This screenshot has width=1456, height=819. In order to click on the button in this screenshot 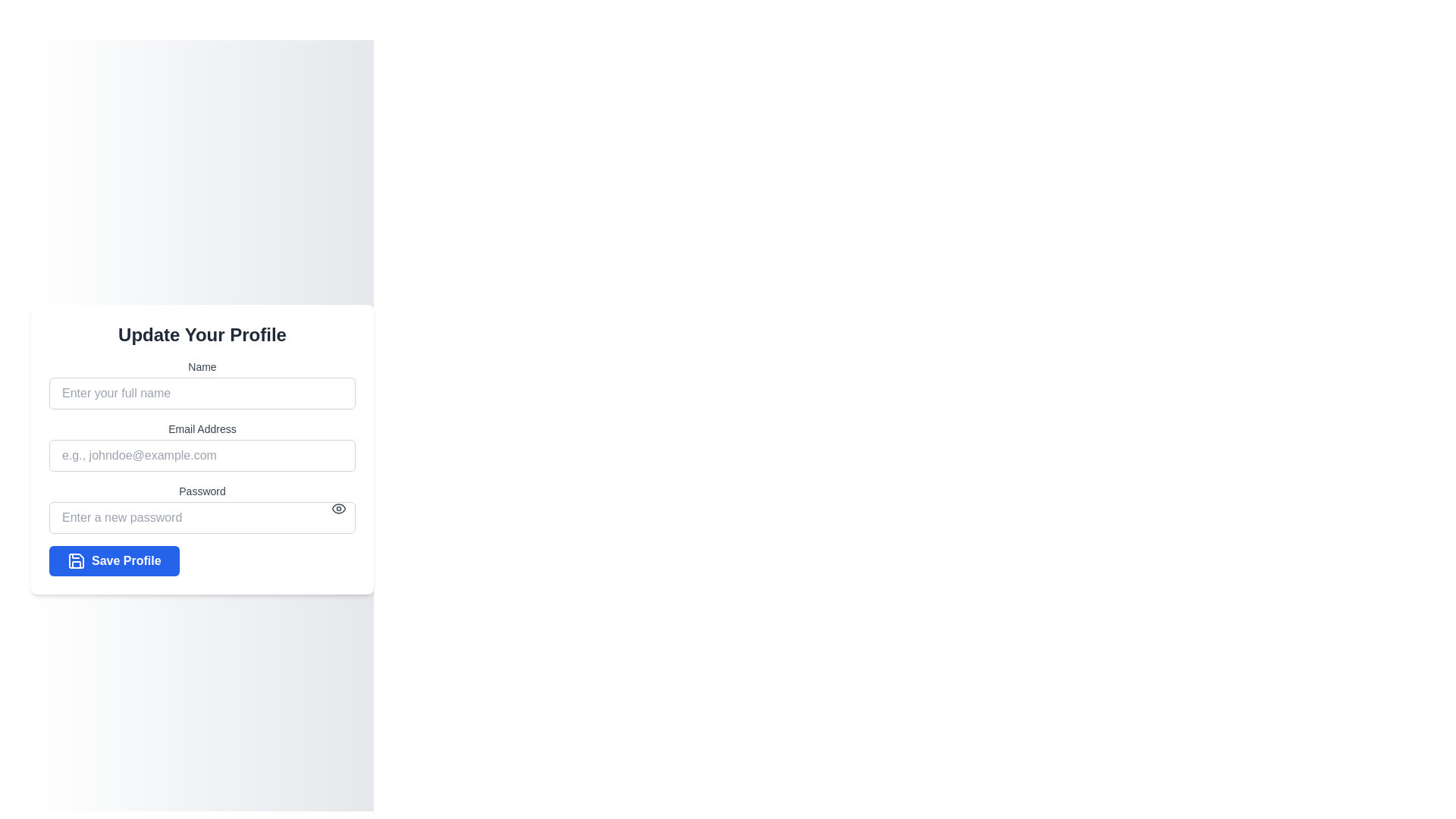, I will do `click(337, 509)`.